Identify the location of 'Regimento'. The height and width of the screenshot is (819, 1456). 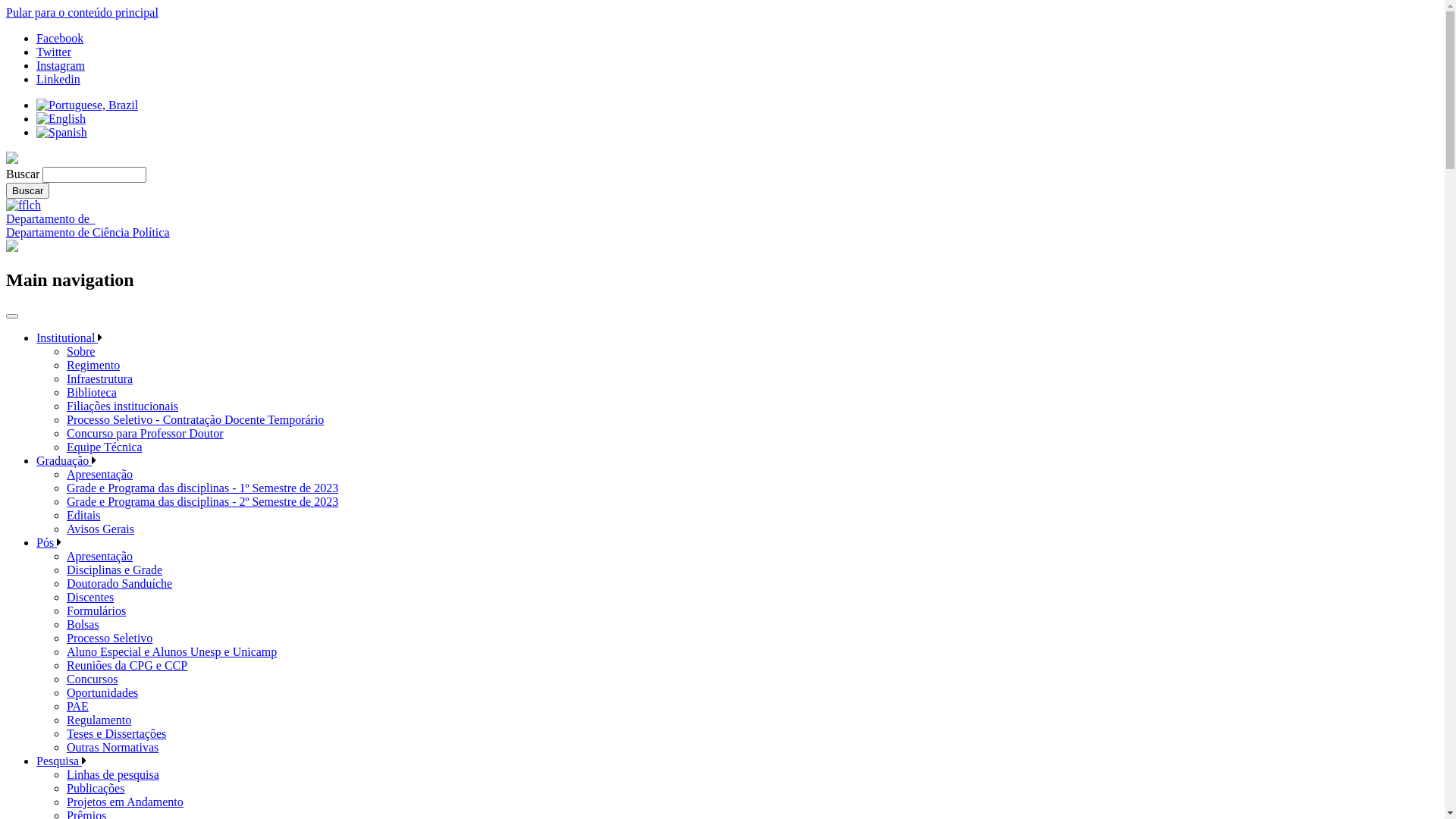
(93, 365).